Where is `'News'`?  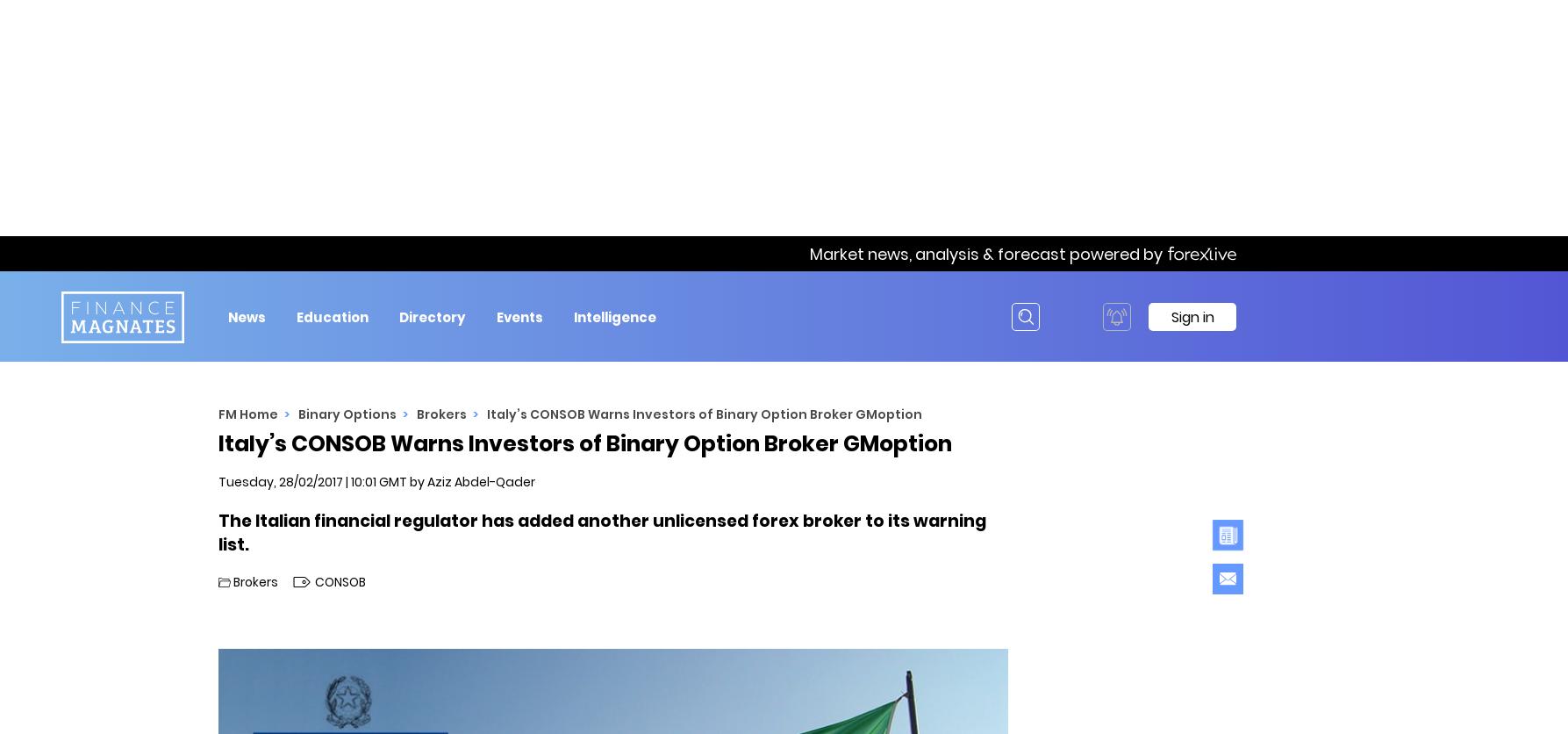 'News' is located at coordinates (246, 315).